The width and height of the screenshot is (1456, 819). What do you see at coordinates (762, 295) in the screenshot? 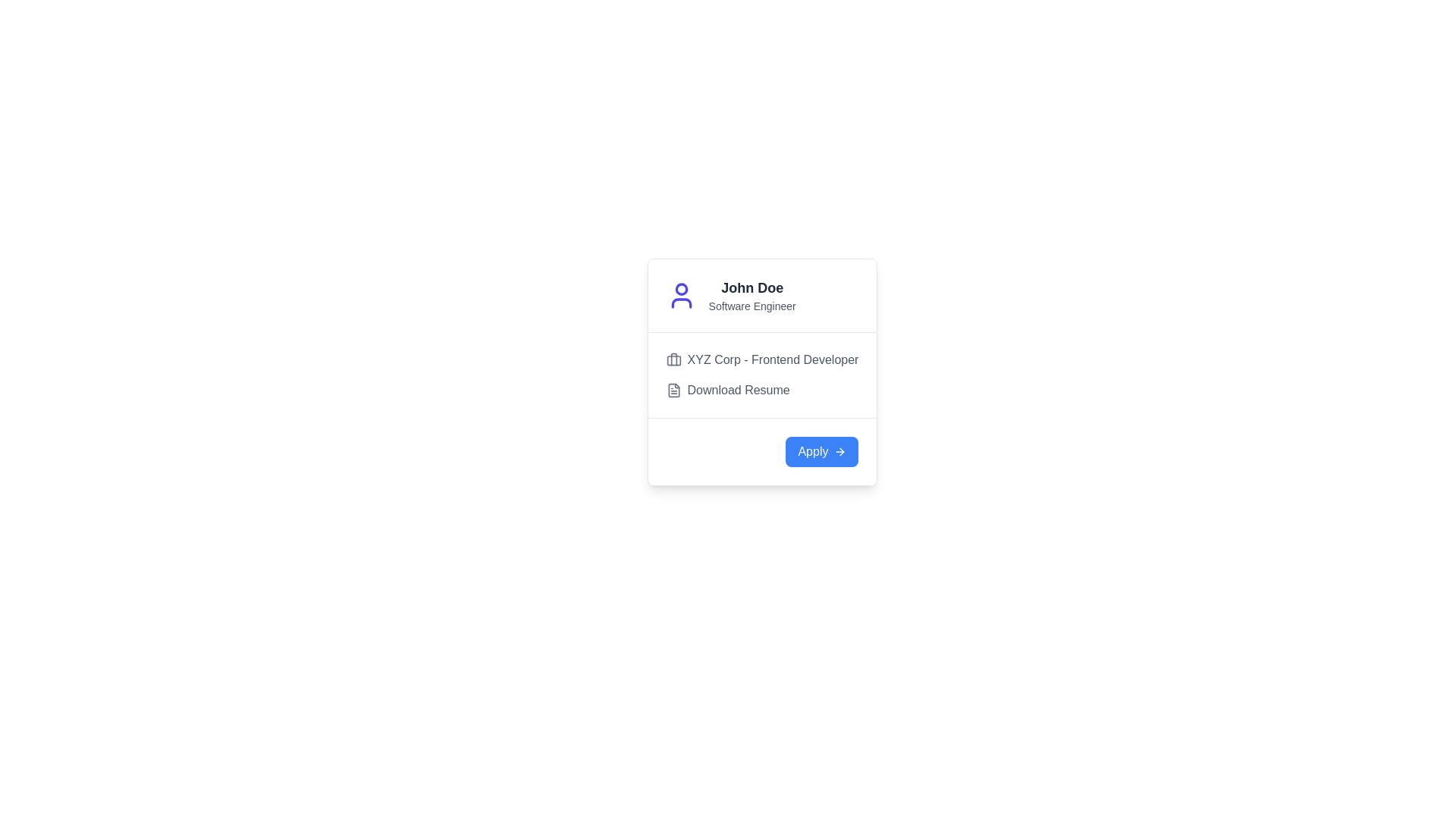
I see `name 'John Doe' and job title 'Software Engineer' from the Profile header, which features an indigo circular avatar on the left and is positioned at the upper section of a card component` at bounding box center [762, 295].